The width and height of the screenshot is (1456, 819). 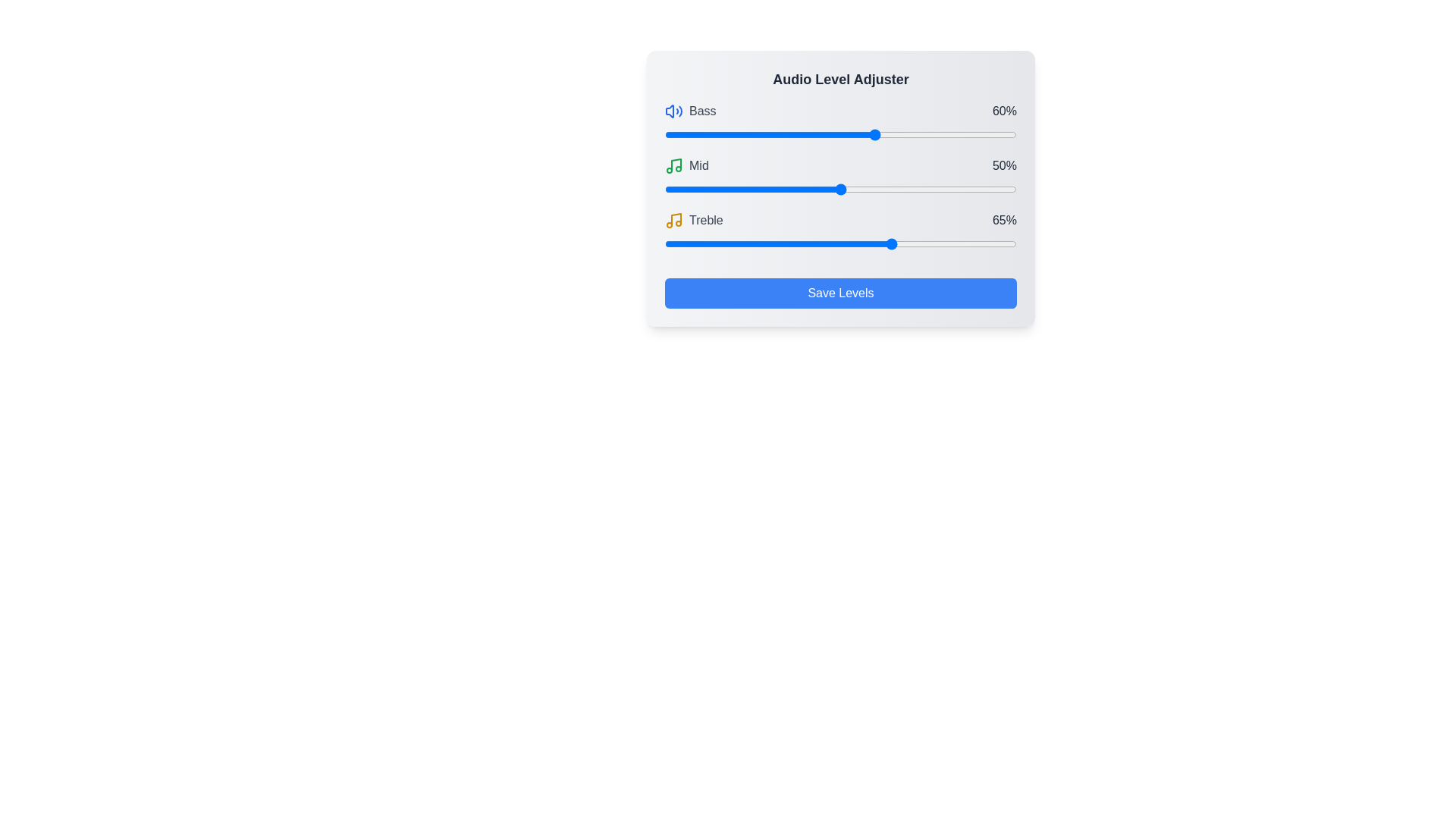 What do you see at coordinates (839, 293) in the screenshot?
I see `the save button located at the bottom of the 'Audio Level Adjuster' panel` at bounding box center [839, 293].